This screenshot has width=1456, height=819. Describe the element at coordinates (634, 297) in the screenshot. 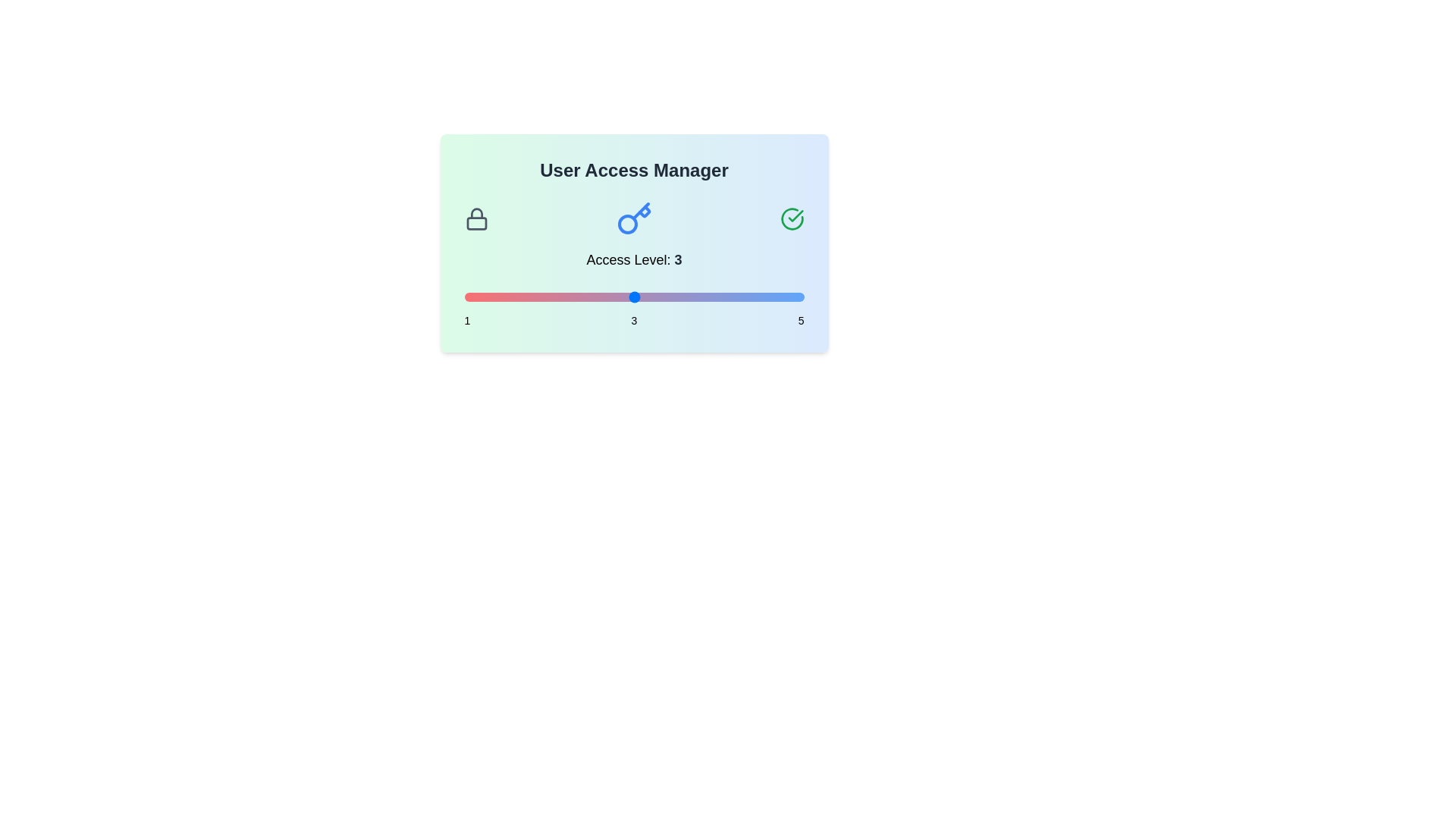

I see `the access level slider to 3` at that location.